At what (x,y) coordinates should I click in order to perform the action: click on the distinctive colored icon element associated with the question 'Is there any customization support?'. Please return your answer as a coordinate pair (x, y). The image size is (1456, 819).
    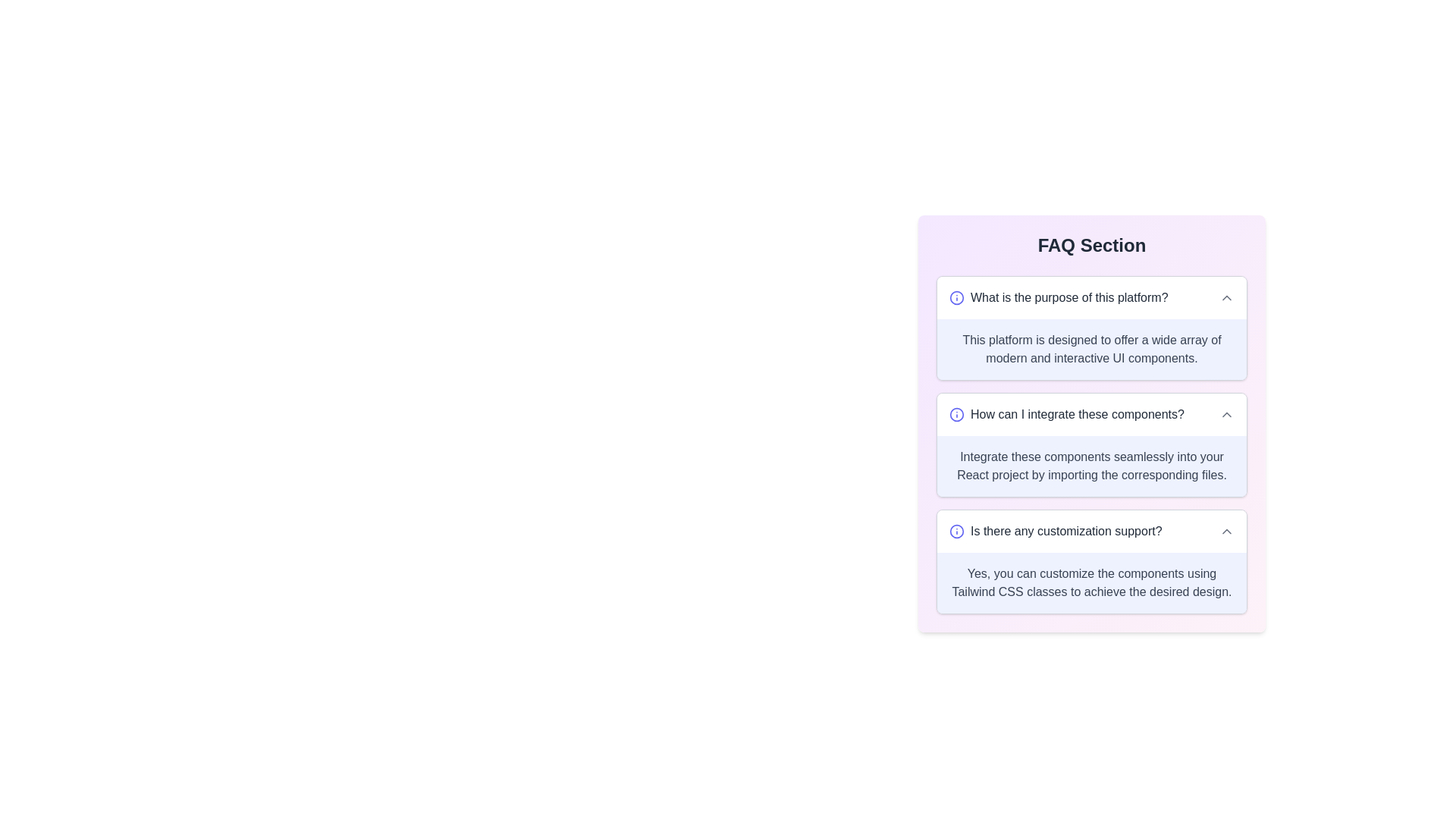
    Looking at the image, I should click on (956, 531).